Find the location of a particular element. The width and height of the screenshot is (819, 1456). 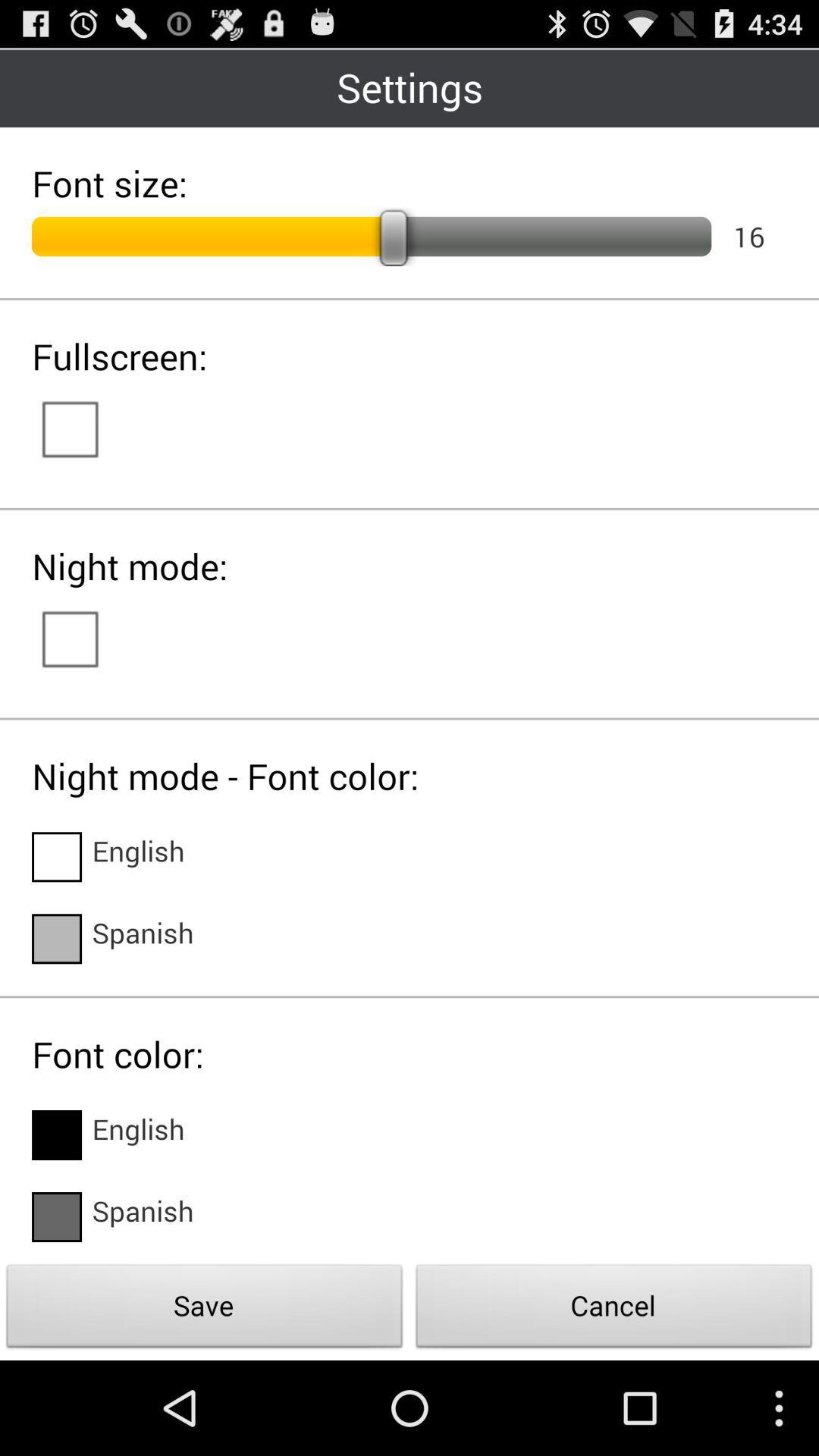

the save is located at coordinates (205, 1310).